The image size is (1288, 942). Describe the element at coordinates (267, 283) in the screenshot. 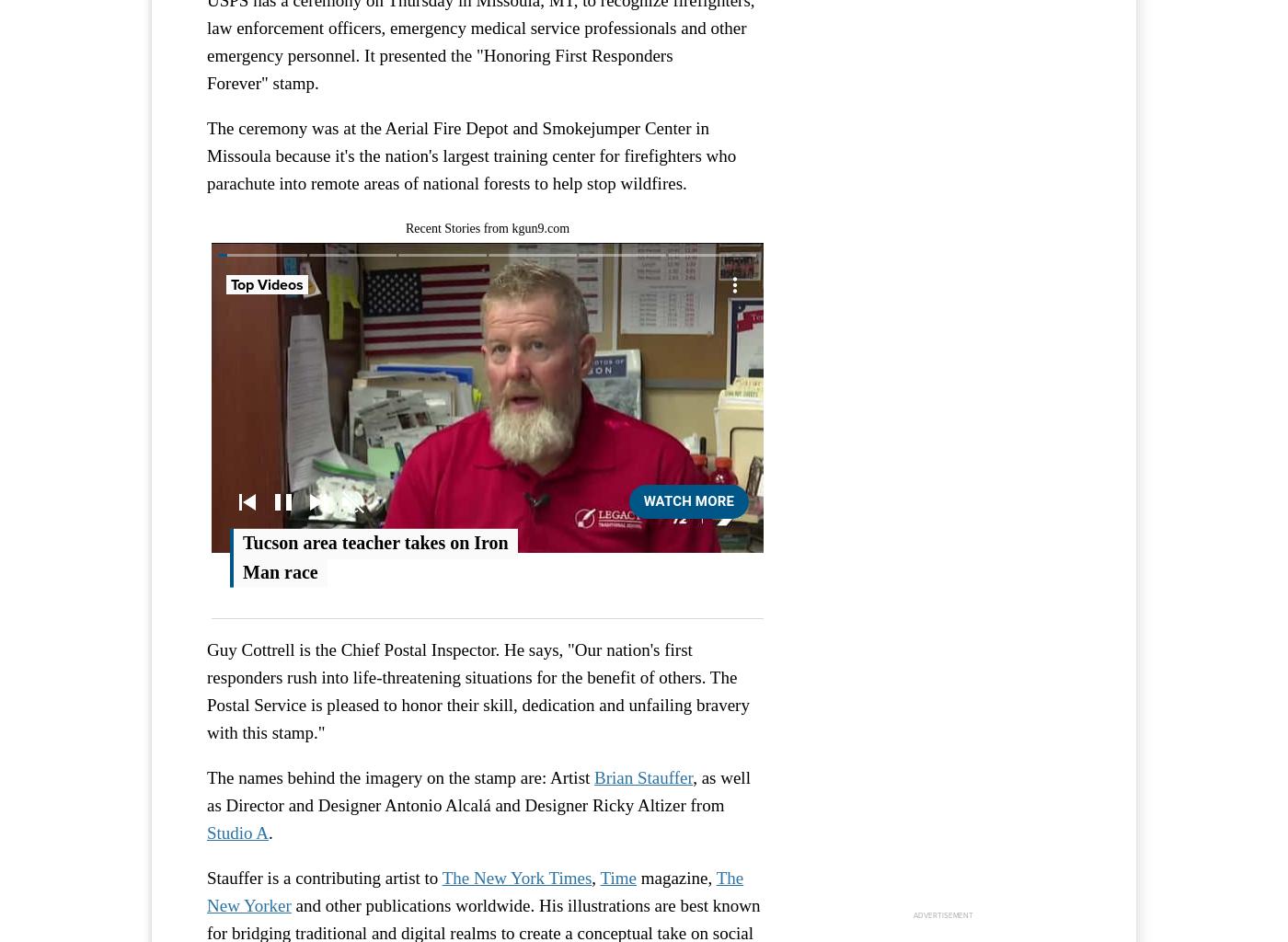

I see `'Top Videos'` at that location.